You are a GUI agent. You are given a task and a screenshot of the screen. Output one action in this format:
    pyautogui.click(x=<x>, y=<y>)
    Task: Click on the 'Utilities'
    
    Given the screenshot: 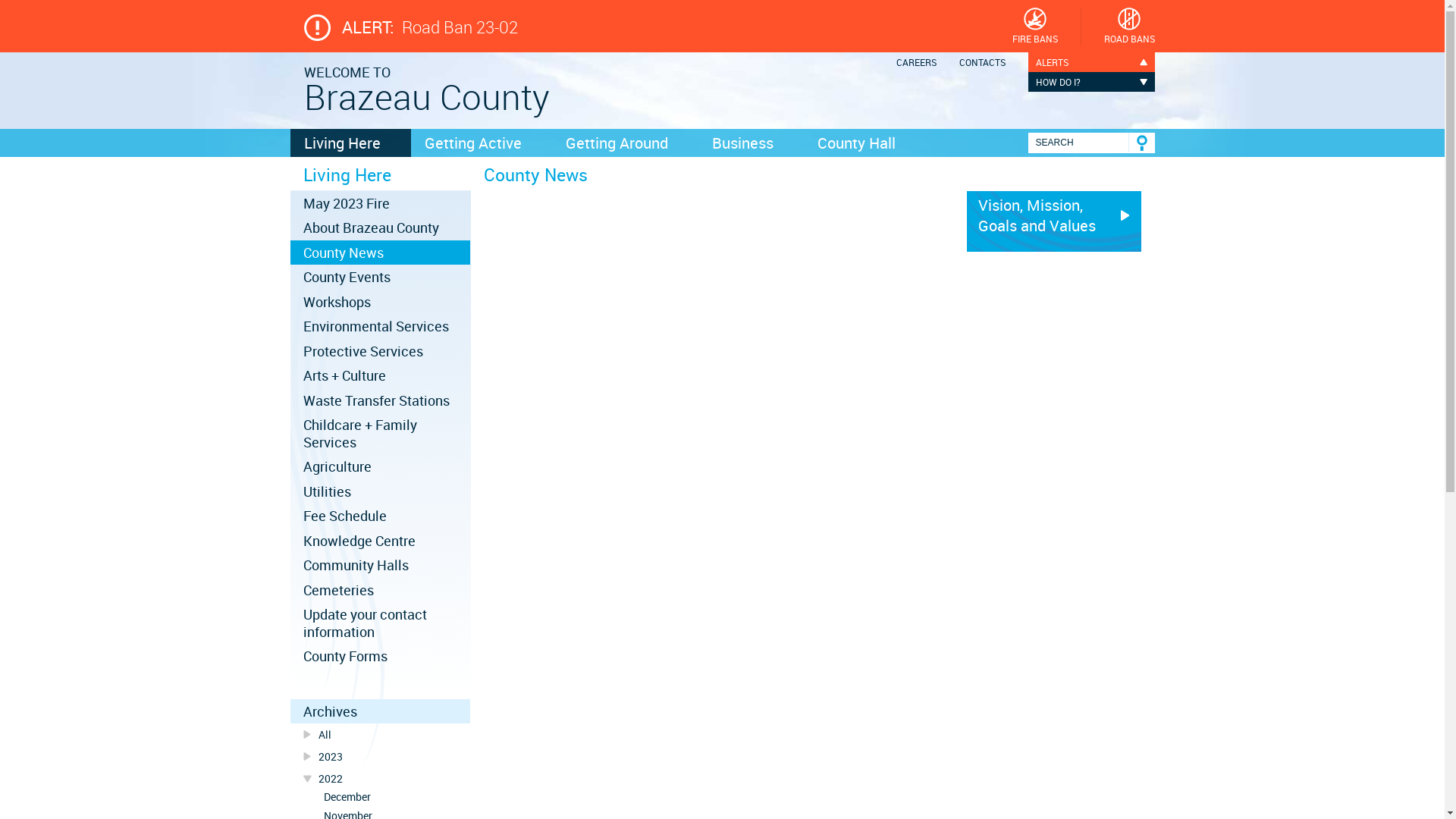 What is the action you would take?
    pyautogui.click(x=379, y=491)
    